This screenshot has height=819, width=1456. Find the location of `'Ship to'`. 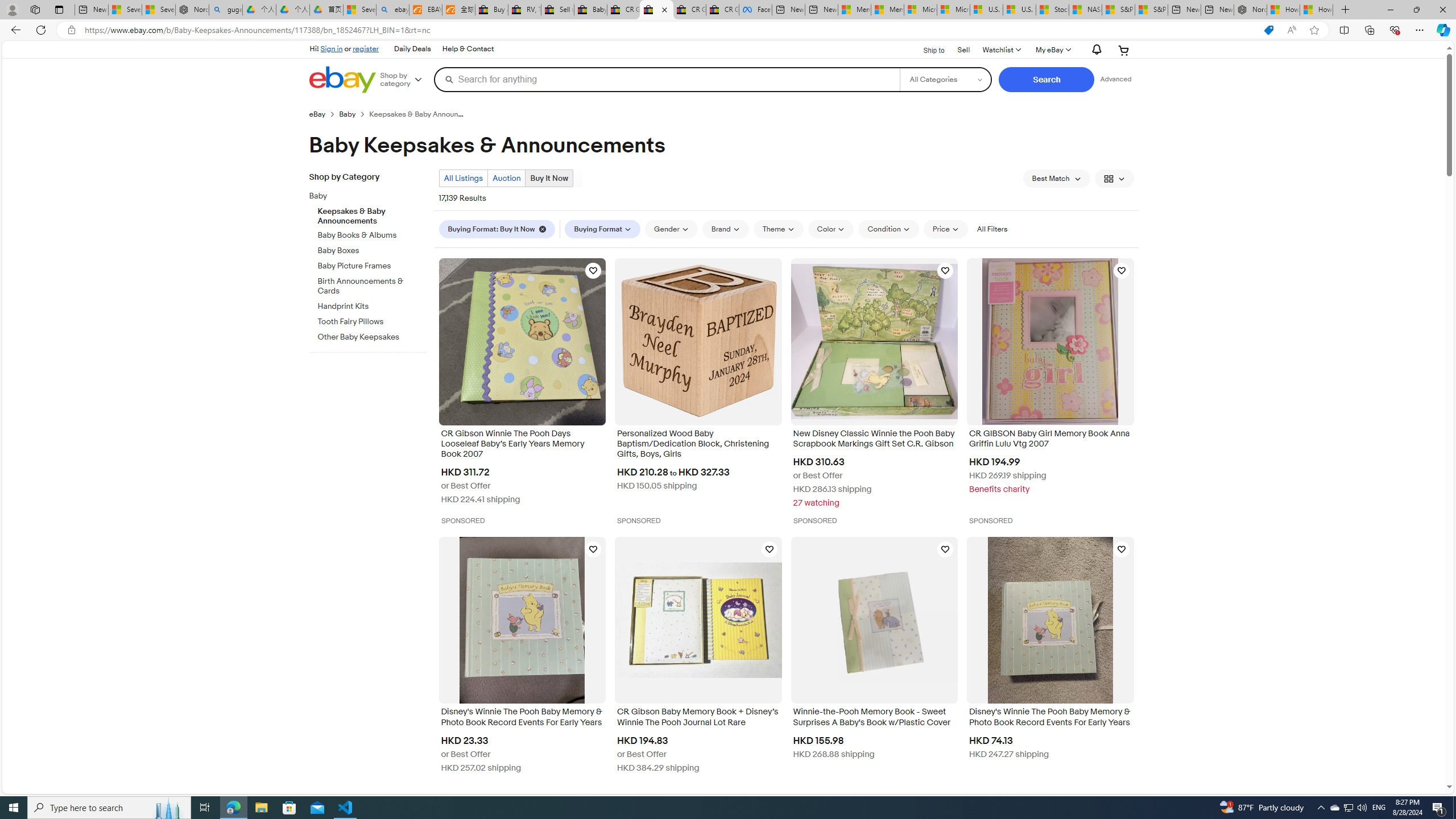

'Ship to' is located at coordinates (926, 49).